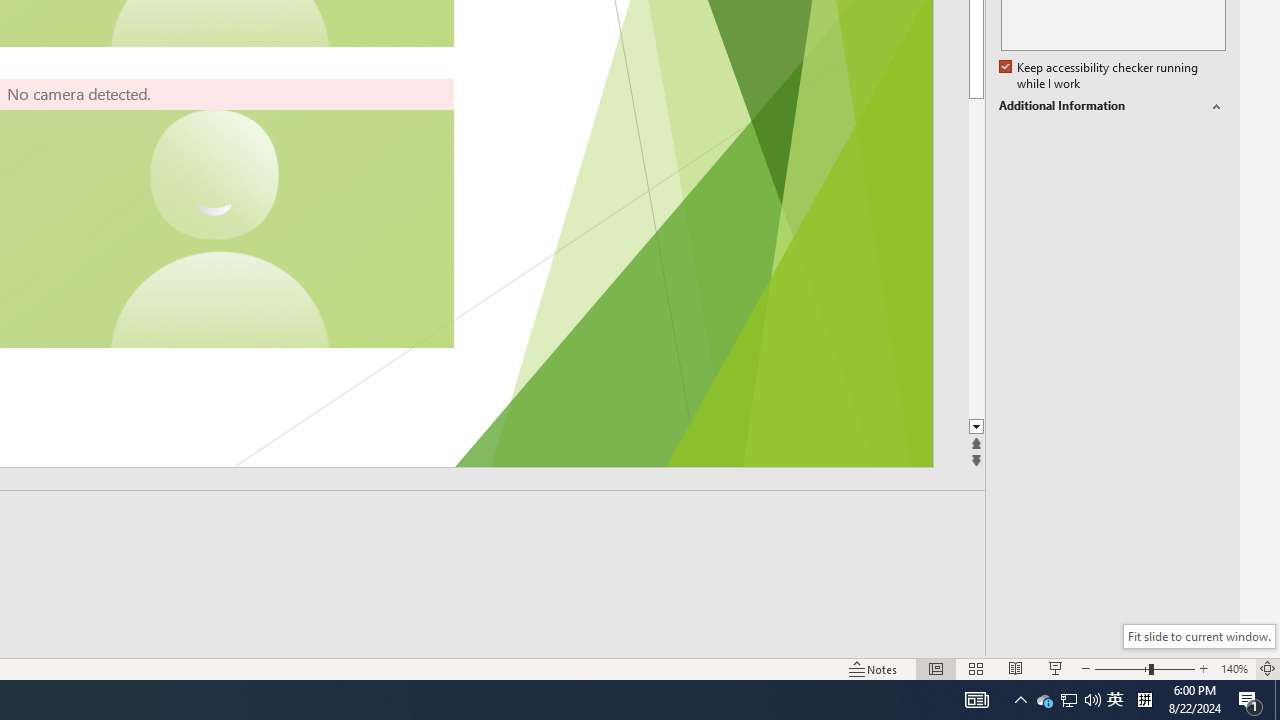 The width and height of the screenshot is (1280, 720). Describe the element at coordinates (1233, 669) in the screenshot. I see `'Zoom 140%'` at that location.